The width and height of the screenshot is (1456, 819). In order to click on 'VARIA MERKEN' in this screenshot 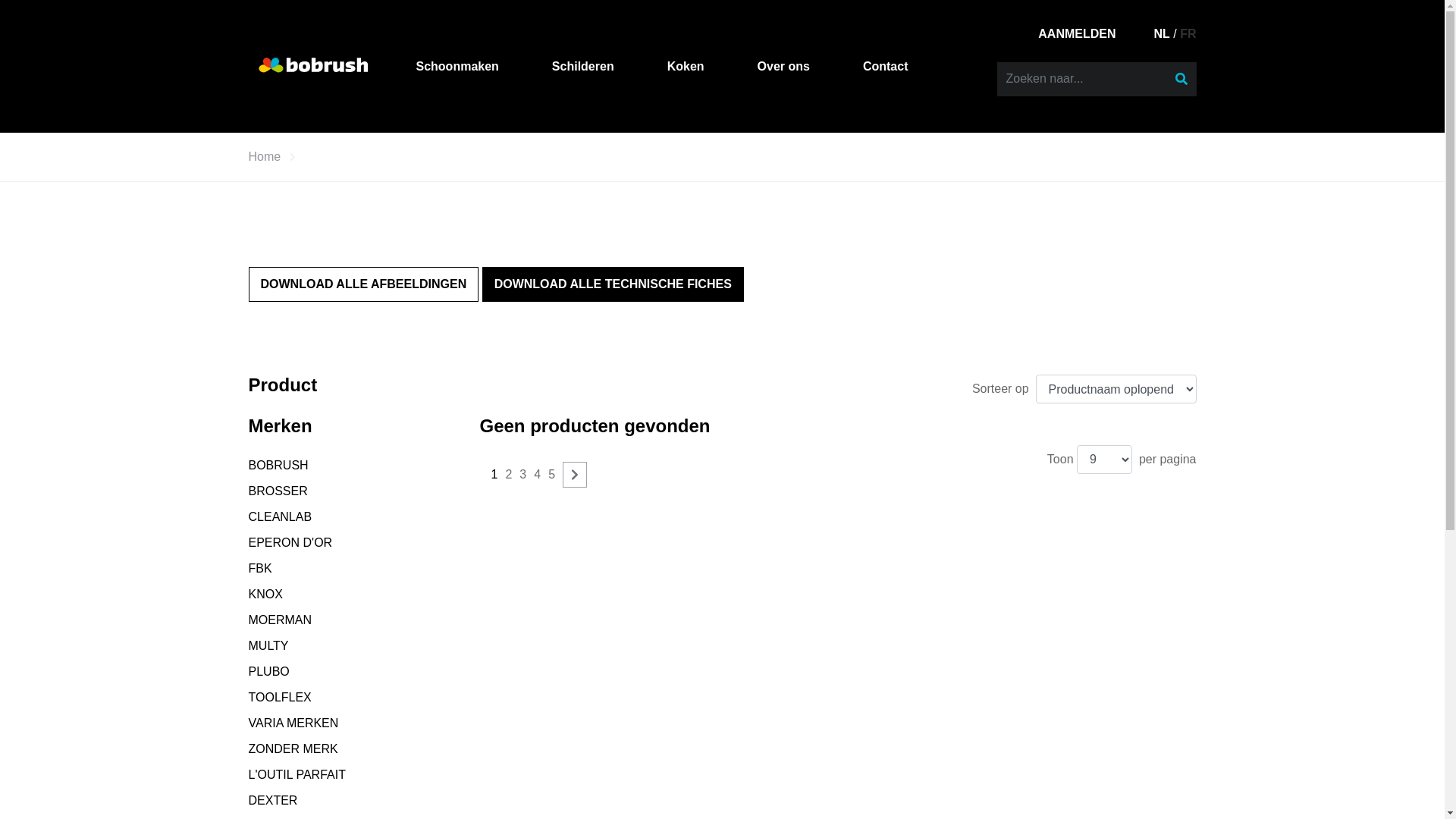, I will do `click(293, 722)`.